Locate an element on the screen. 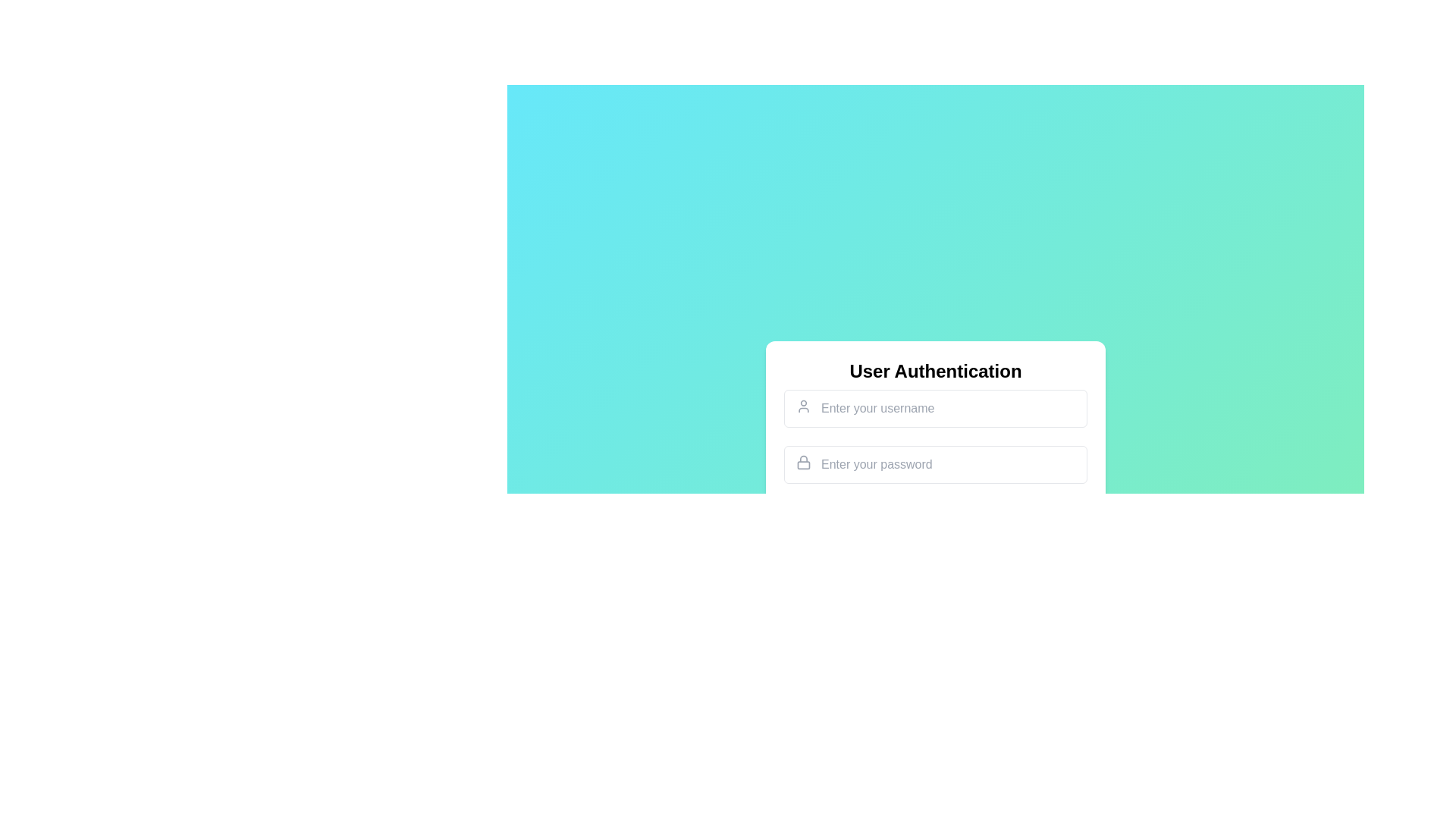  the keyhole element of the lock icon in the password input section of the User Authentication form is located at coordinates (803, 464).